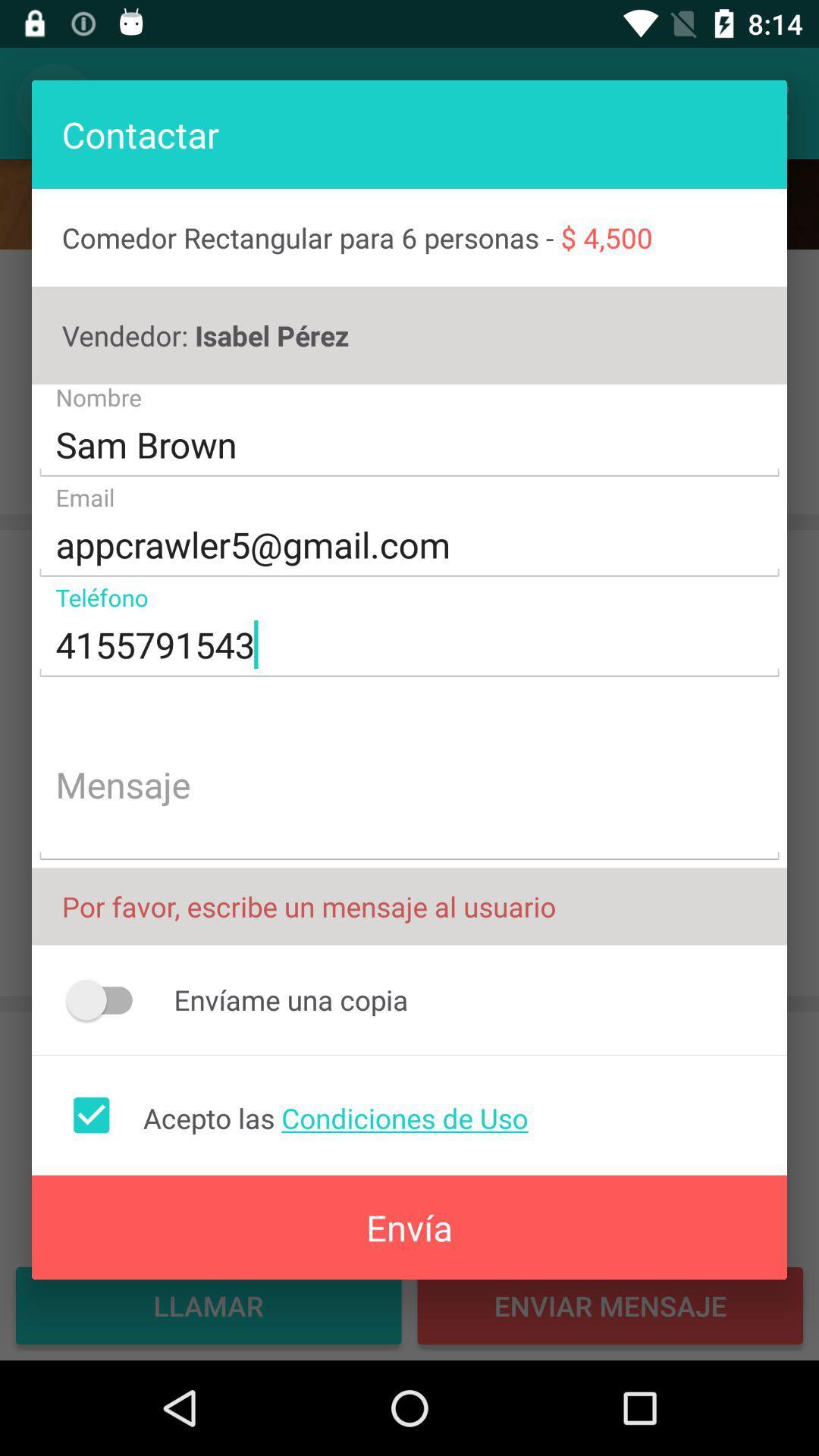  I want to click on appcrawler5@gmail.com, so click(409, 545).